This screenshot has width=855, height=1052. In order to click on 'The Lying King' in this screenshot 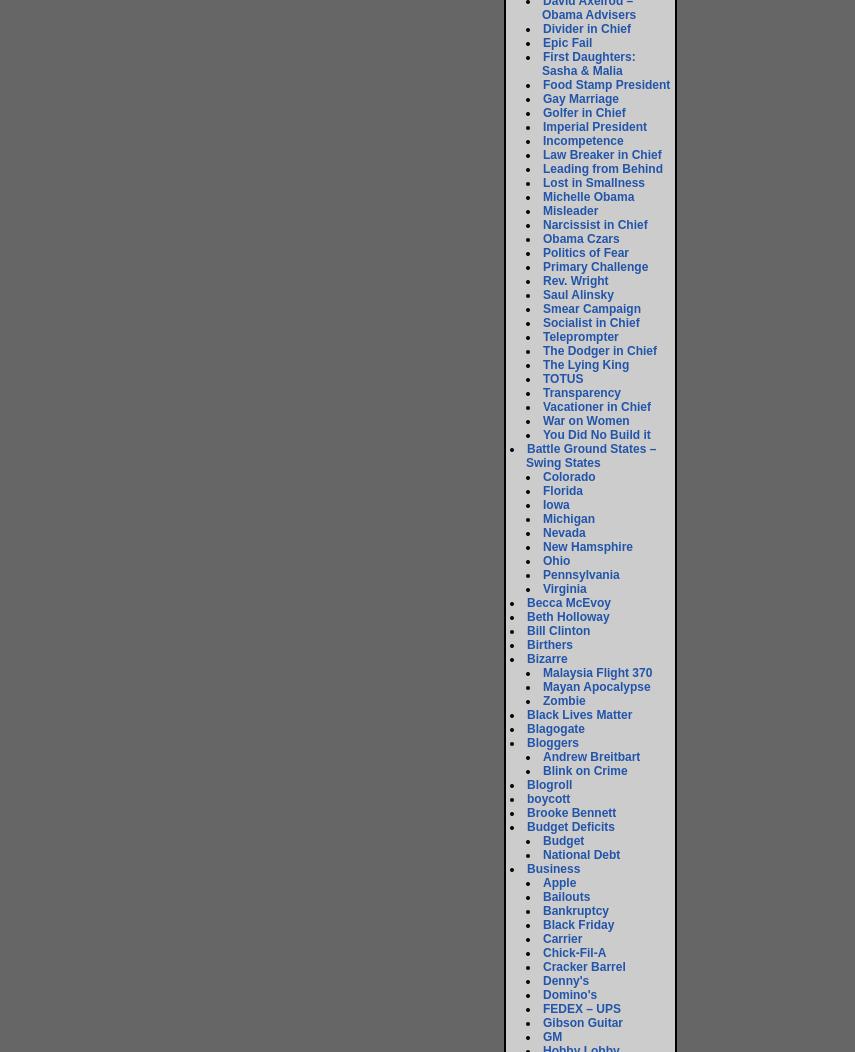, I will do `click(585, 365)`.